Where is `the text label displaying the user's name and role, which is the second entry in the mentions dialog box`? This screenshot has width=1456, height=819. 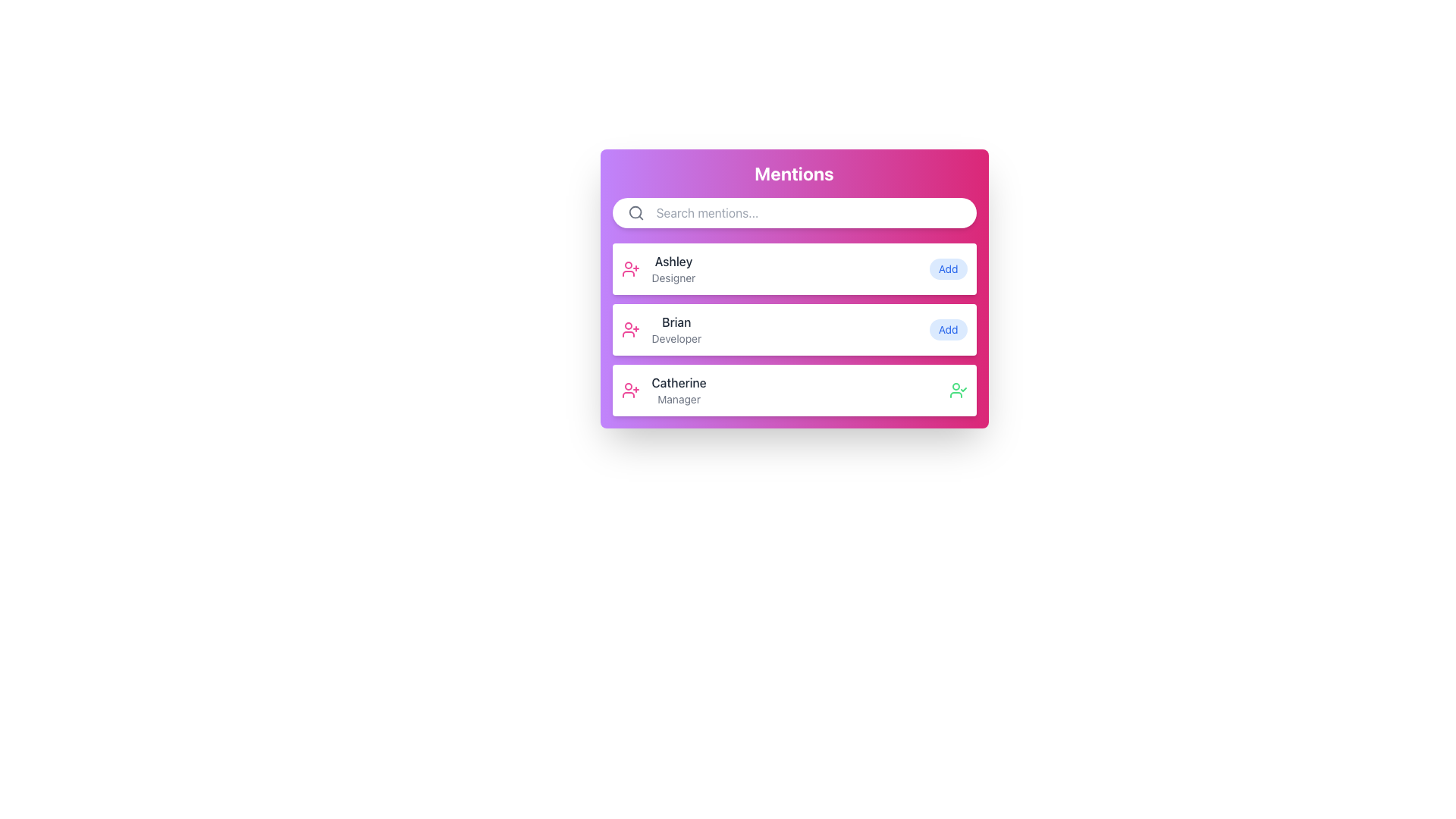
the text label displaying the user's name and role, which is the second entry in the mentions dialog box is located at coordinates (676, 329).